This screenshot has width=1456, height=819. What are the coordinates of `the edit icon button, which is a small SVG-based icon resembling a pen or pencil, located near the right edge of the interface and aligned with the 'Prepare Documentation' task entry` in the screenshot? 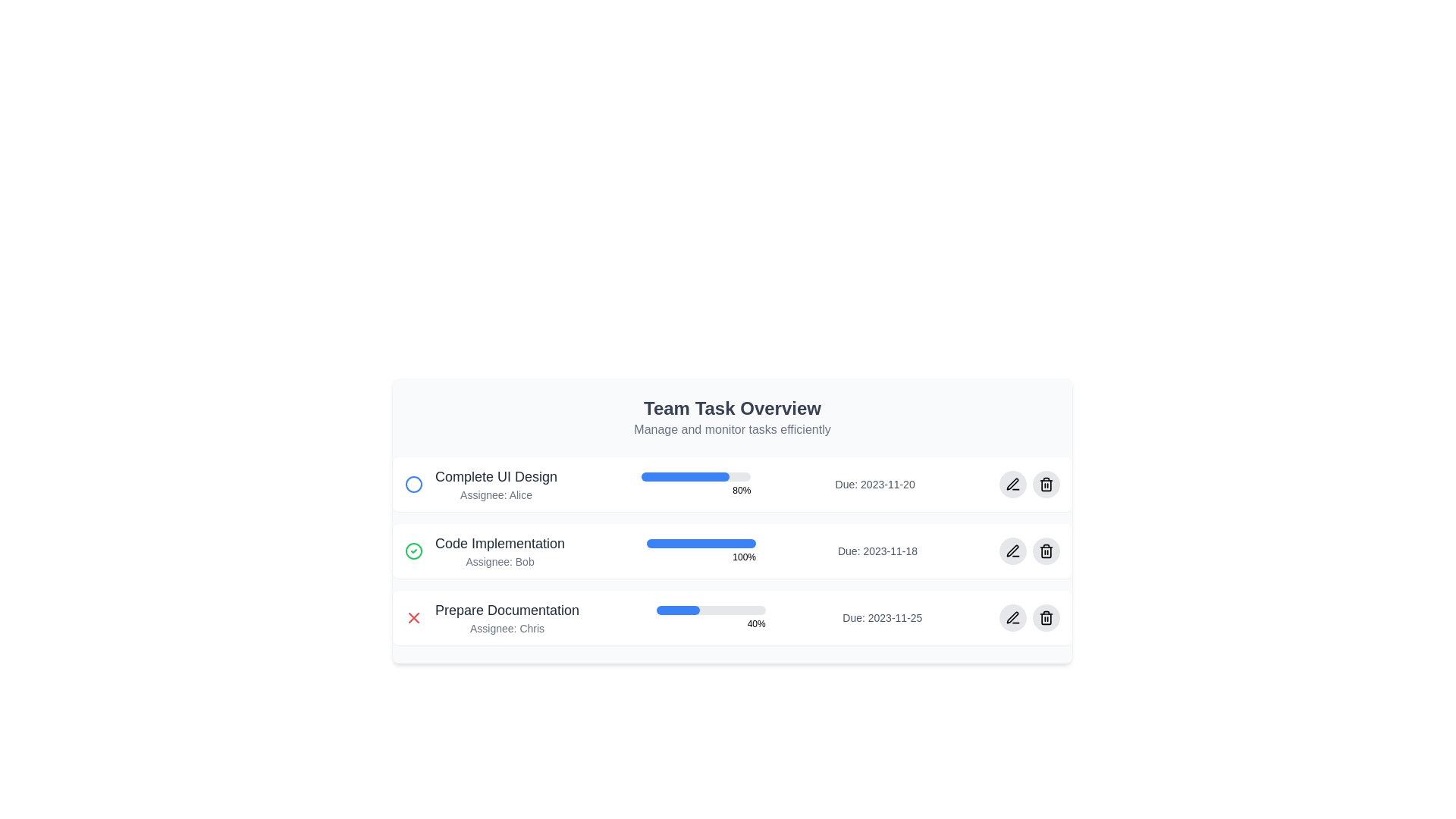 It's located at (1012, 617).